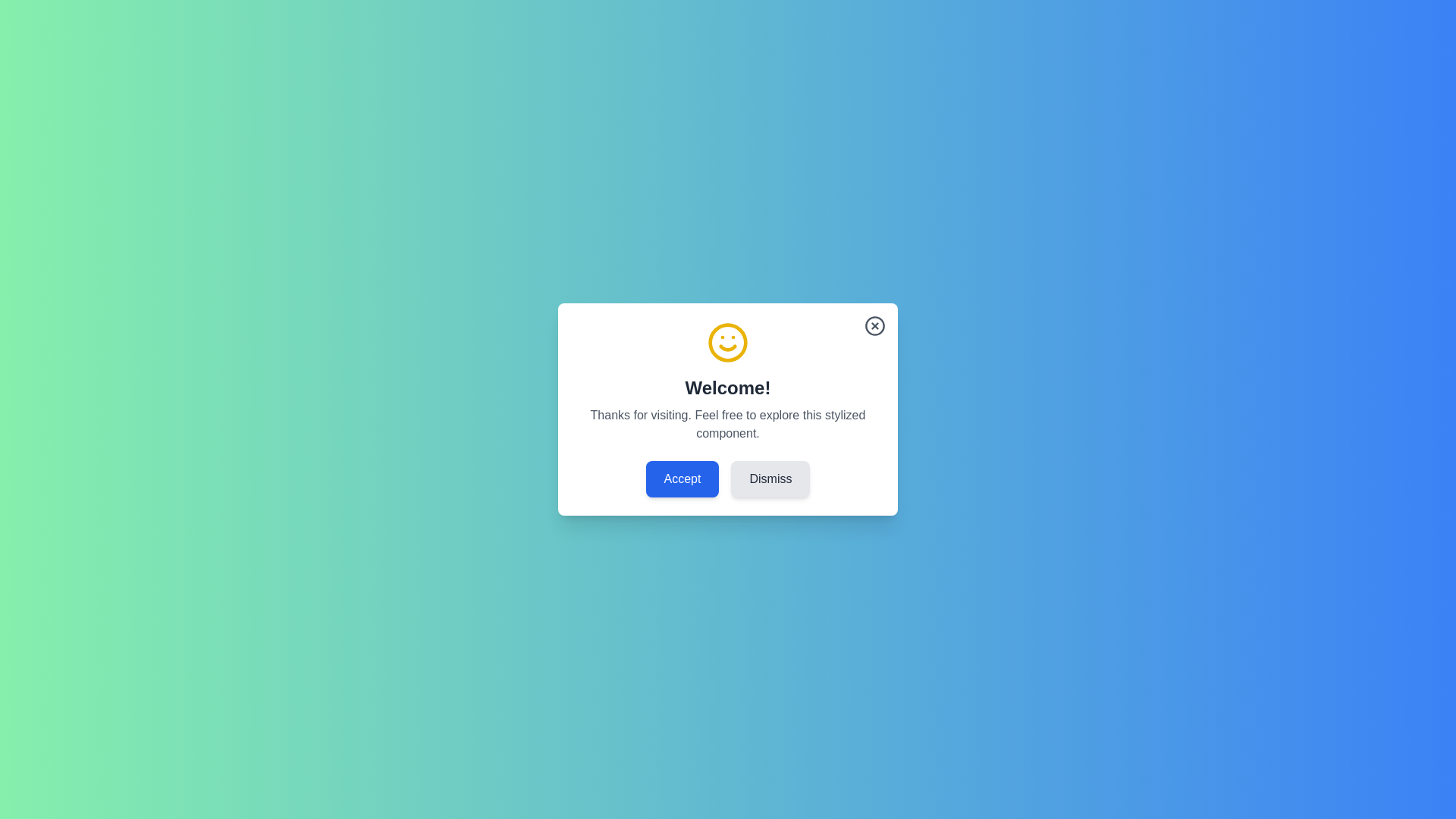 The image size is (1456, 819). Describe the element at coordinates (874, 325) in the screenshot. I see `close button in the top-right corner of the dialog to dismiss it` at that location.